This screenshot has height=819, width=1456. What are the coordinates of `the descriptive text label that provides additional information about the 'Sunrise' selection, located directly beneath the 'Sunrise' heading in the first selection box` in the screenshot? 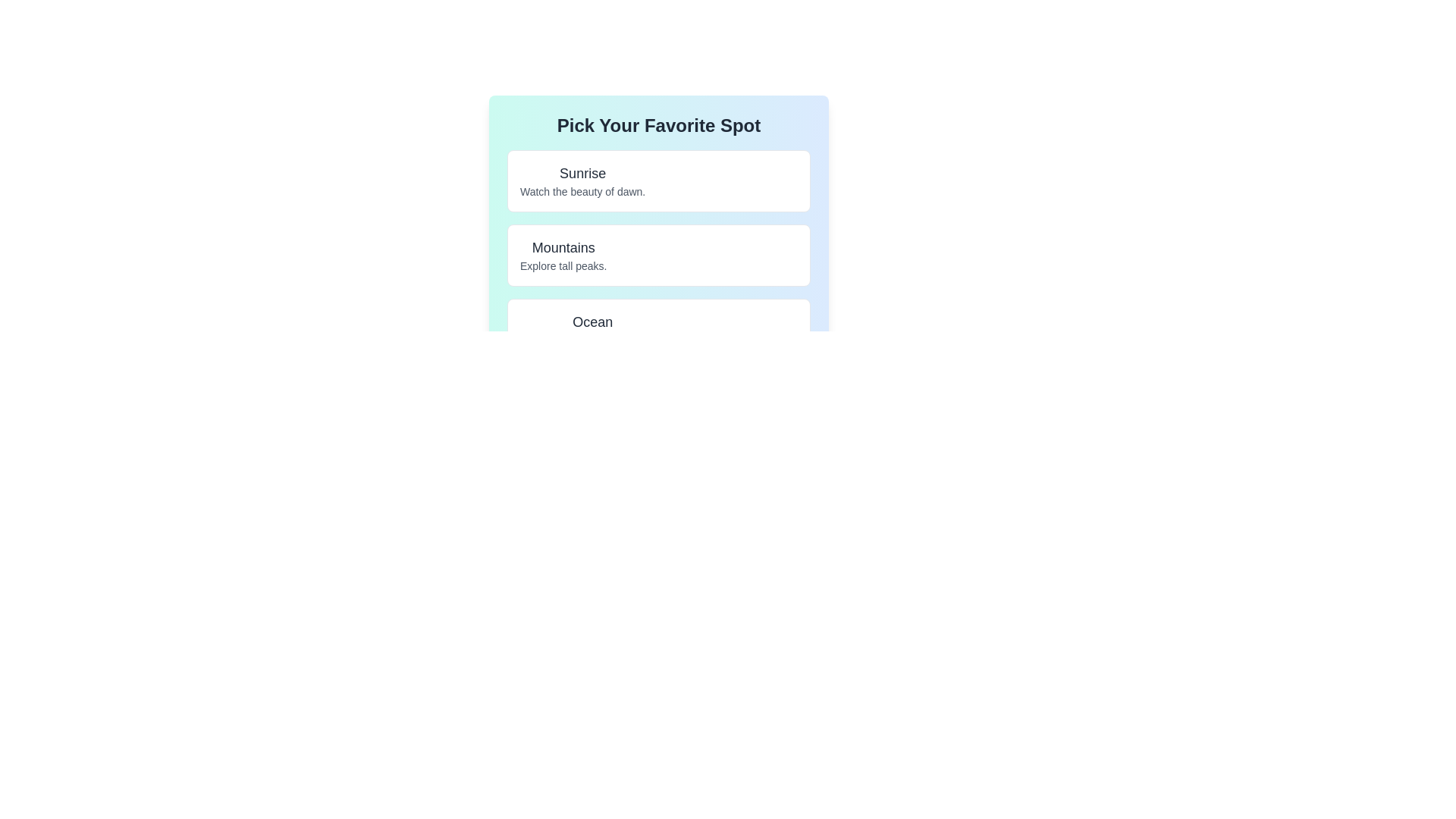 It's located at (582, 191).